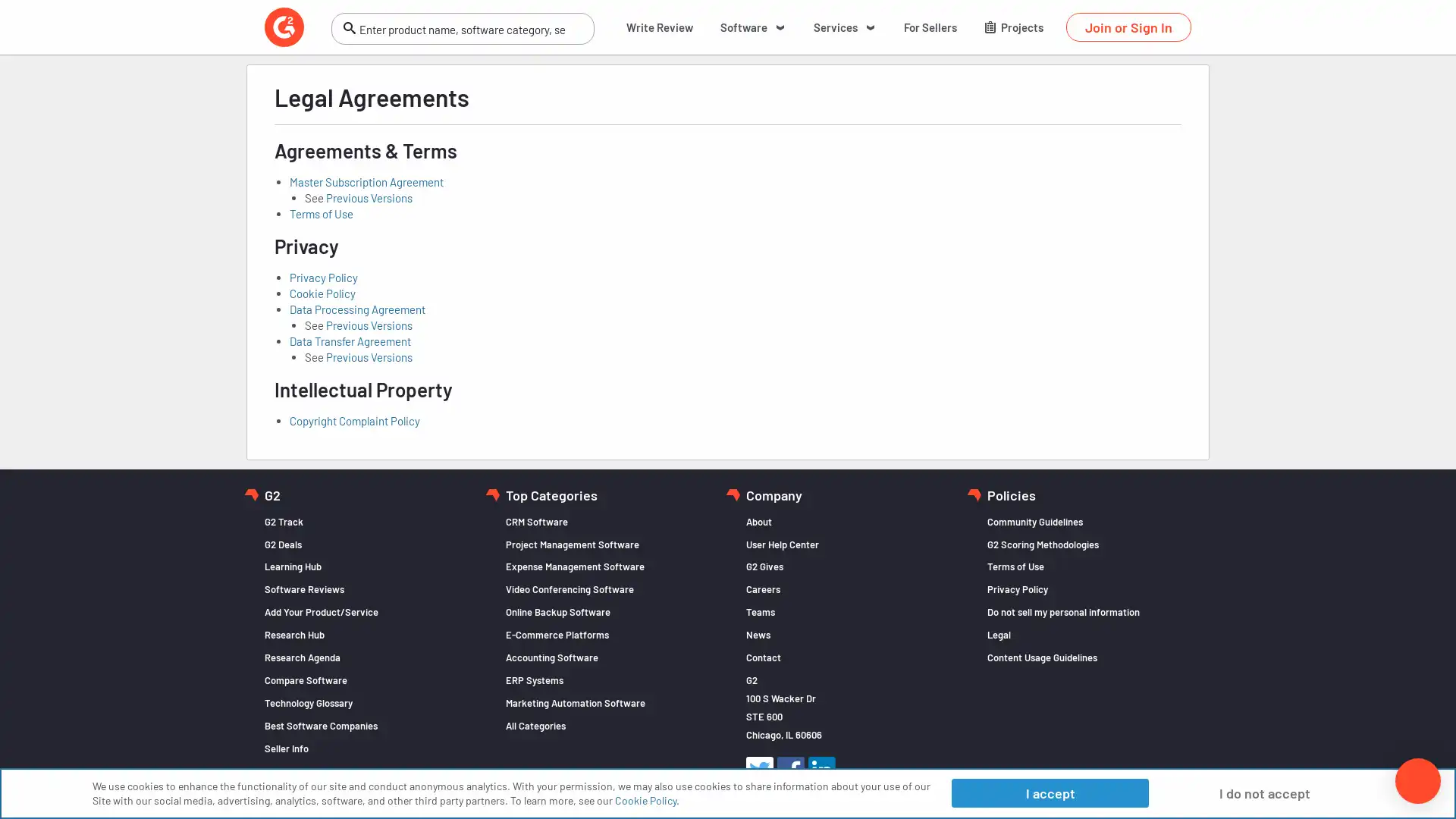 Image resolution: width=1456 pixels, height=819 pixels. What do you see at coordinates (1417, 780) in the screenshot?
I see `Open Intercom Messenger` at bounding box center [1417, 780].